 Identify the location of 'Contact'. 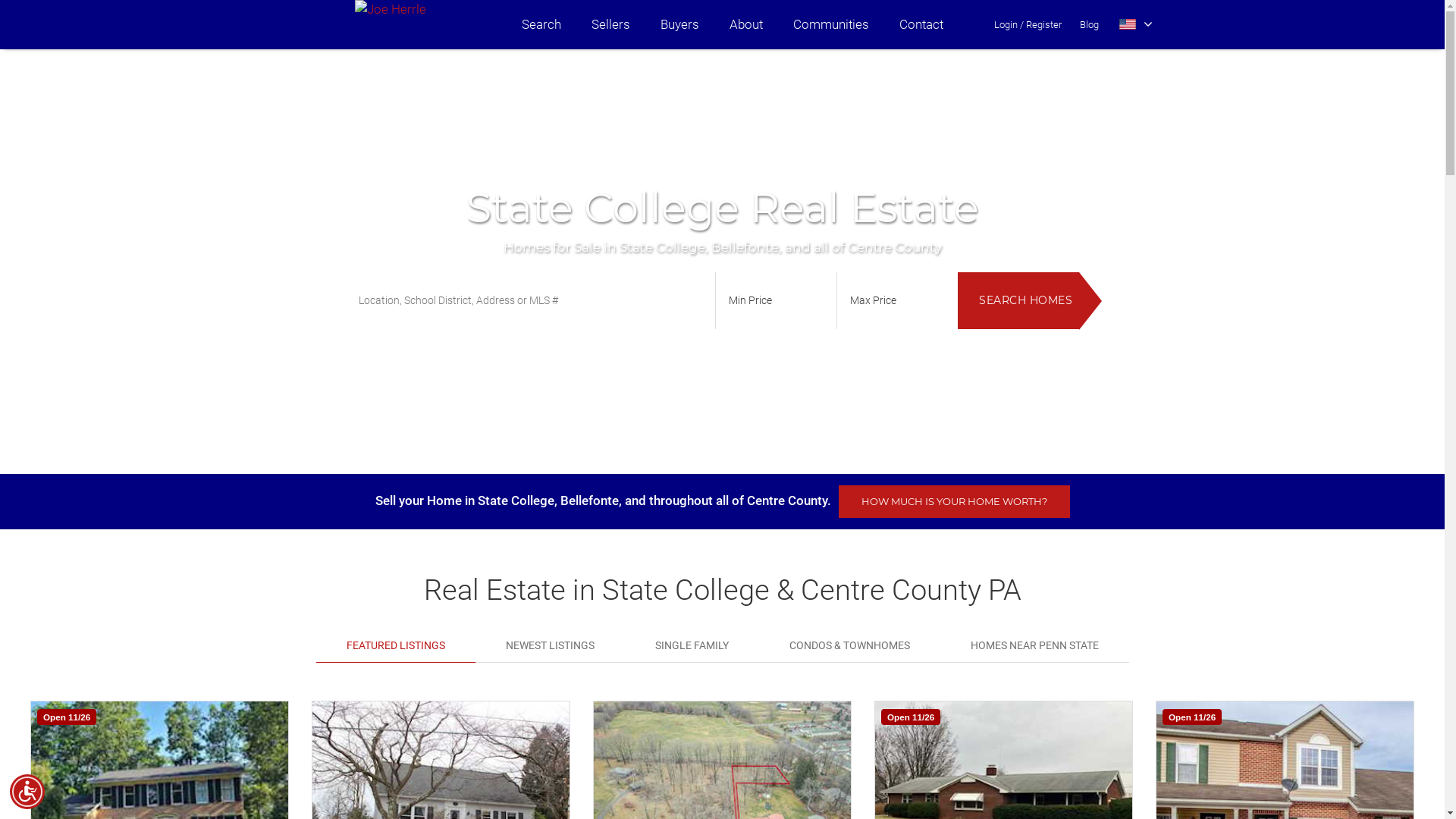
(920, 24).